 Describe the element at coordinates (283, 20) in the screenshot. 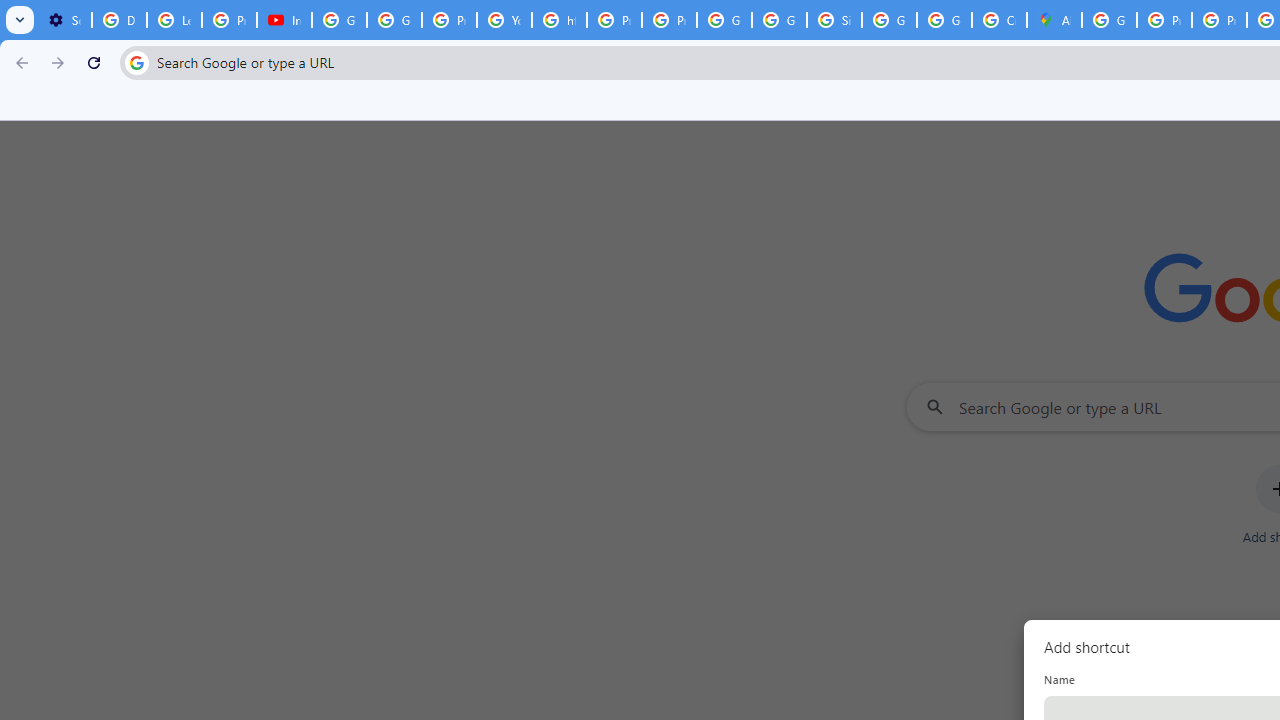

I see `'Introduction | Google Privacy Policy - YouTube'` at that location.